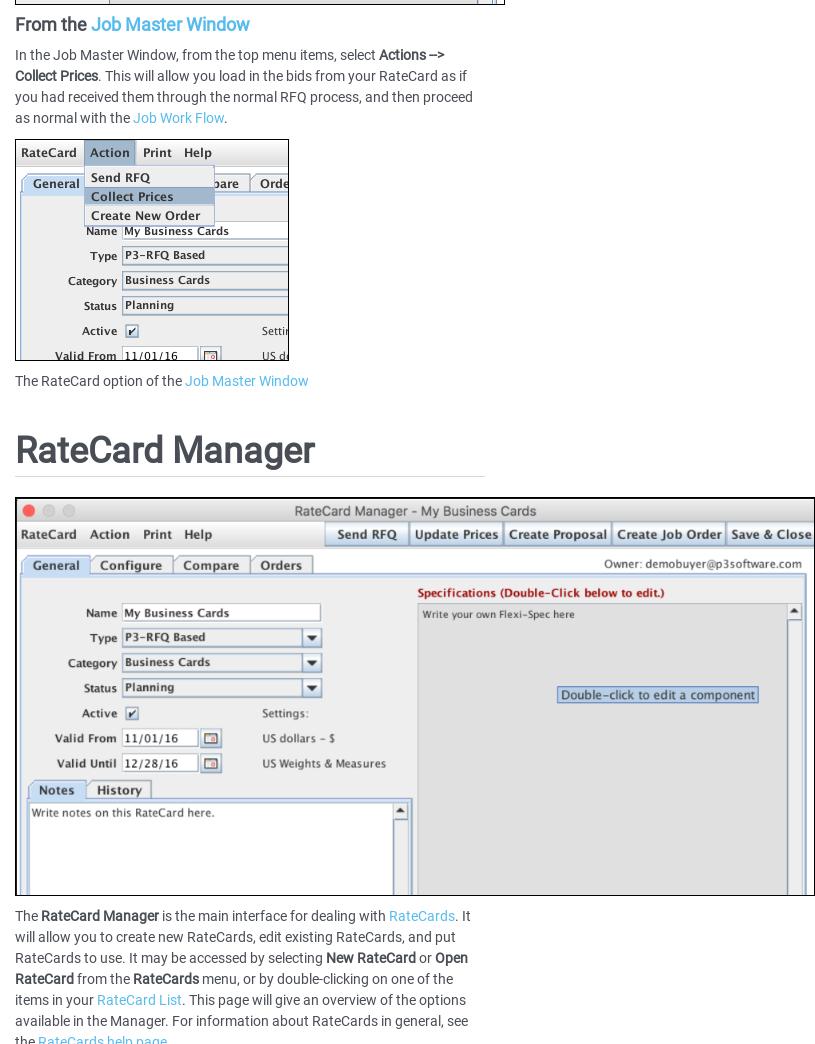  Describe the element at coordinates (244, 96) in the screenshot. I see `'. This will allow you load in the bids from your RateCard as if you had received them through the normal RFQ process, and then proceed as normal with the'` at that location.